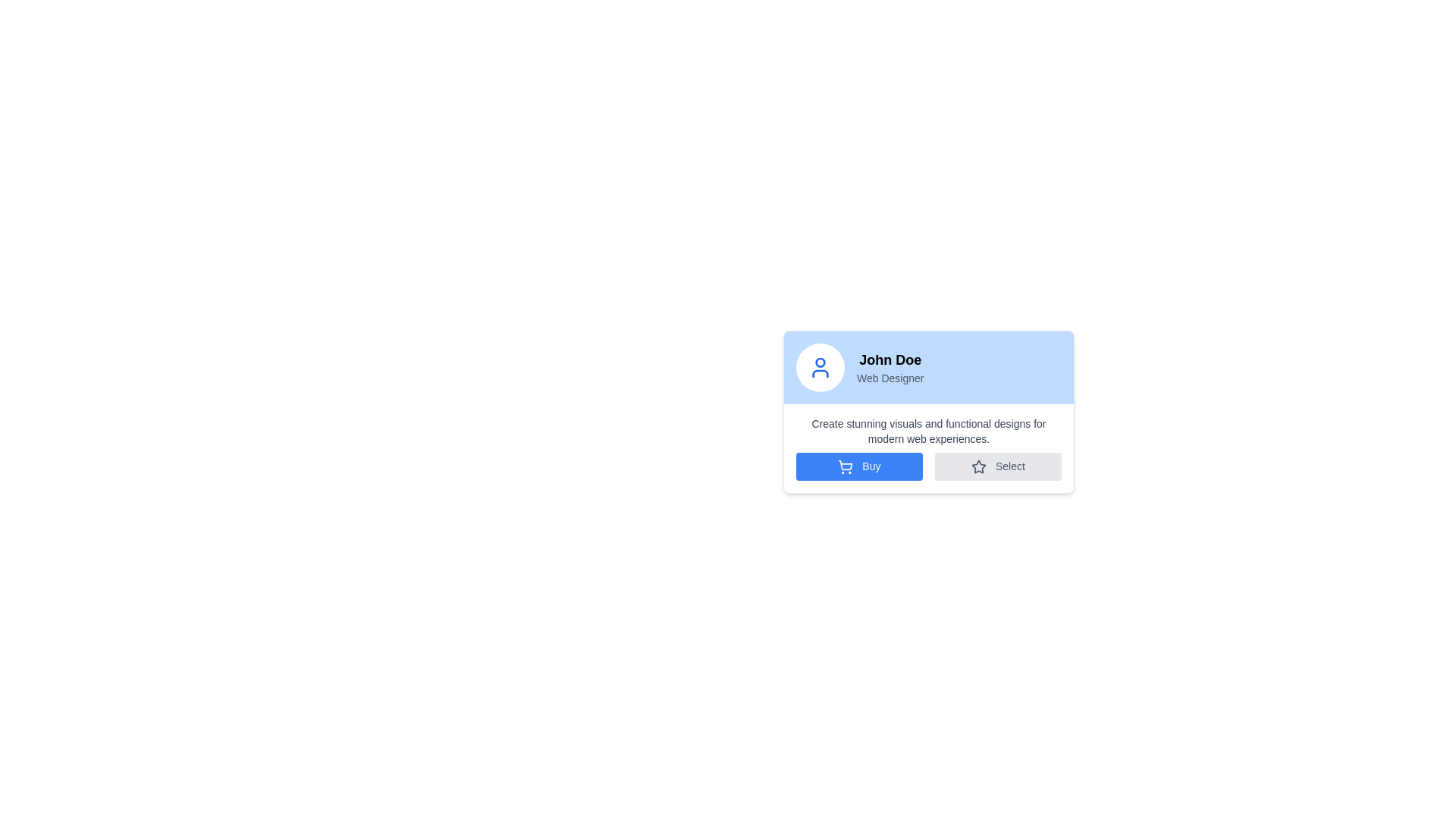  Describe the element at coordinates (998, 466) in the screenshot. I see `the second button in the grid layout` at that location.